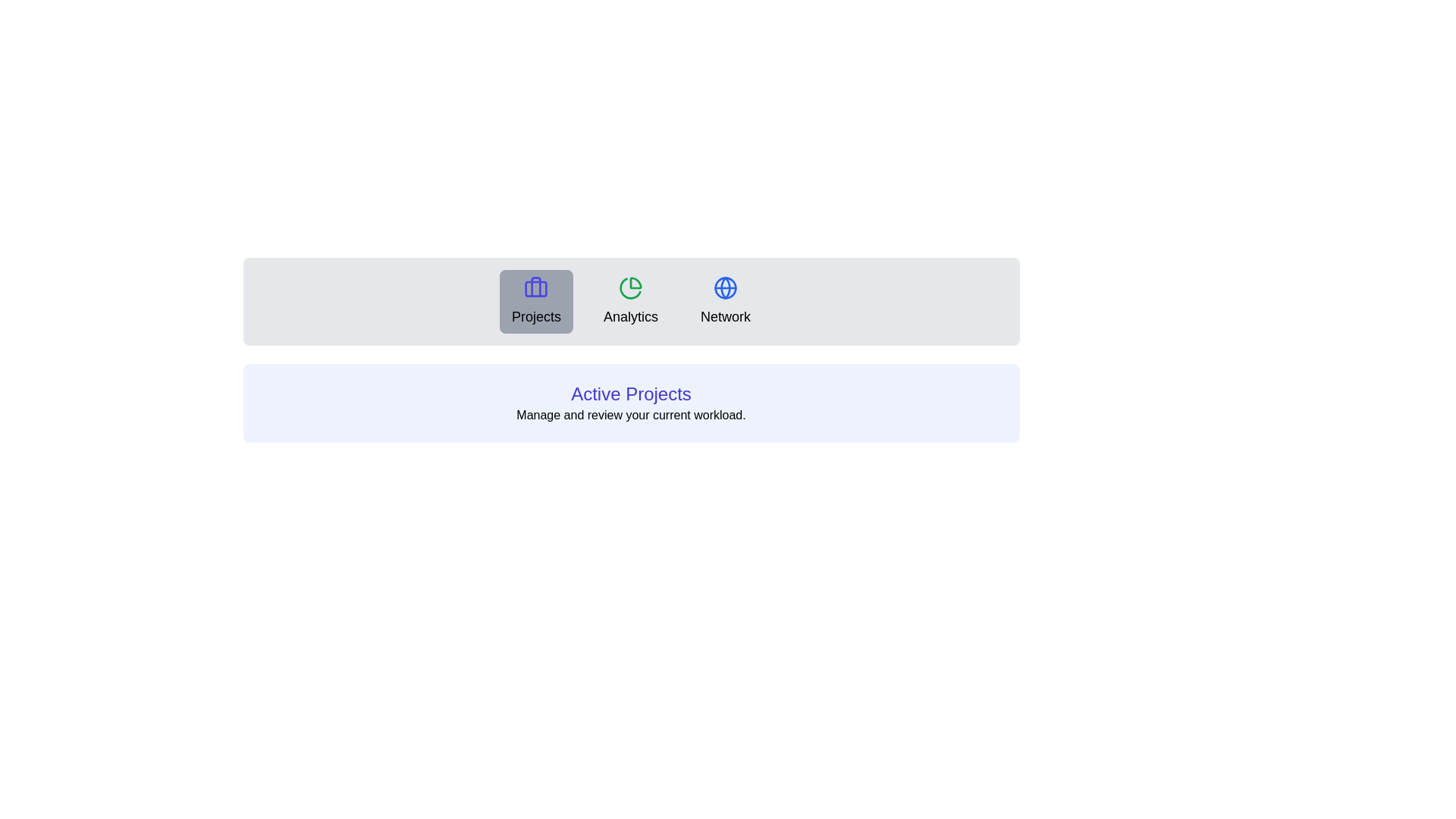  What do you see at coordinates (724, 301) in the screenshot?
I see `the Network tab by clicking on its button` at bounding box center [724, 301].